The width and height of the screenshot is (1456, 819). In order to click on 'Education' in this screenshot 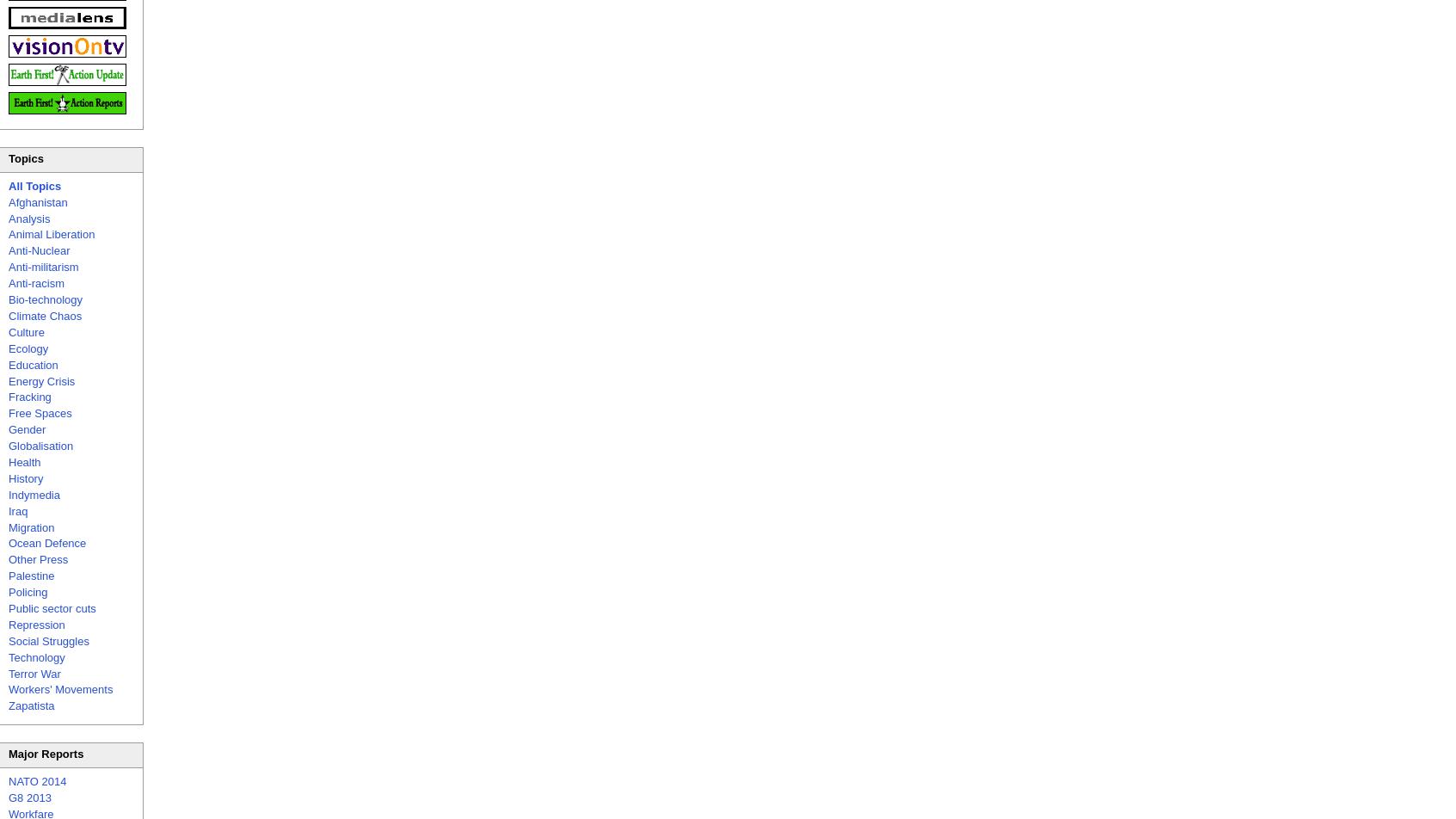, I will do `click(7, 364)`.